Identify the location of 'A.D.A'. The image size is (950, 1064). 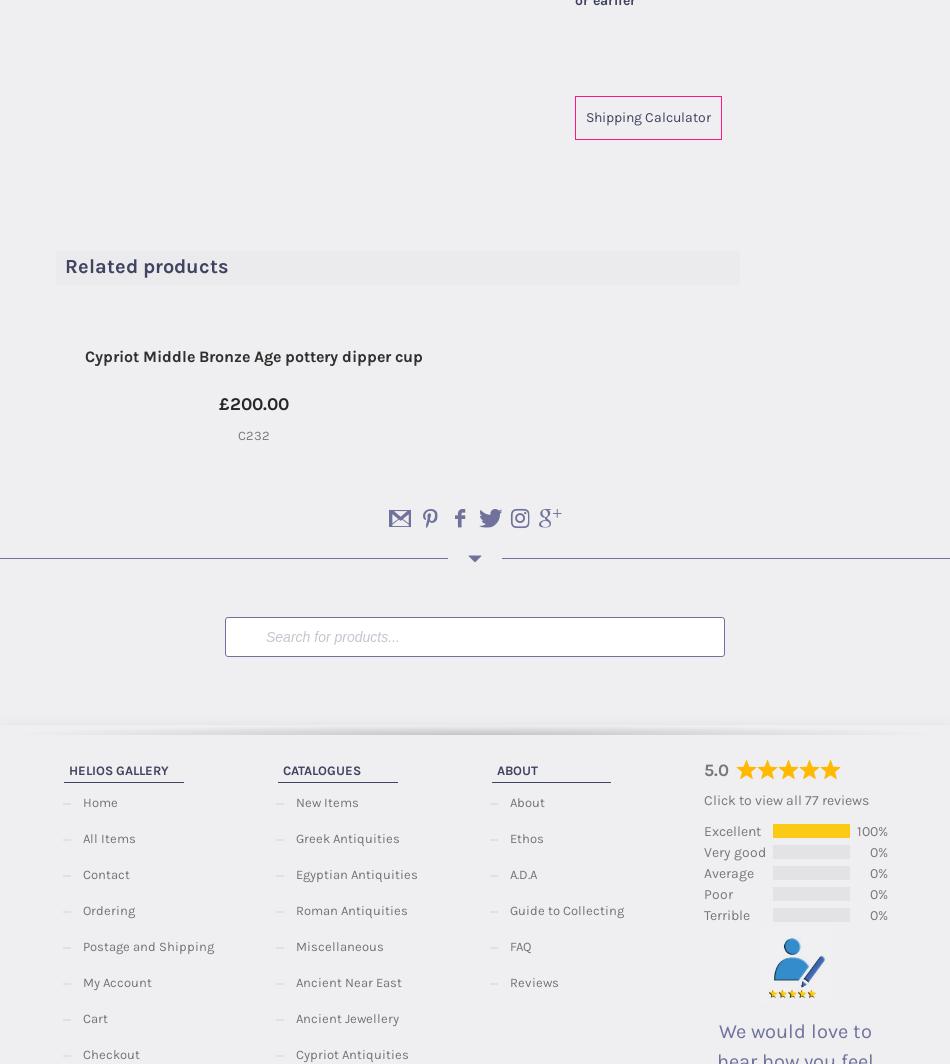
(523, 873).